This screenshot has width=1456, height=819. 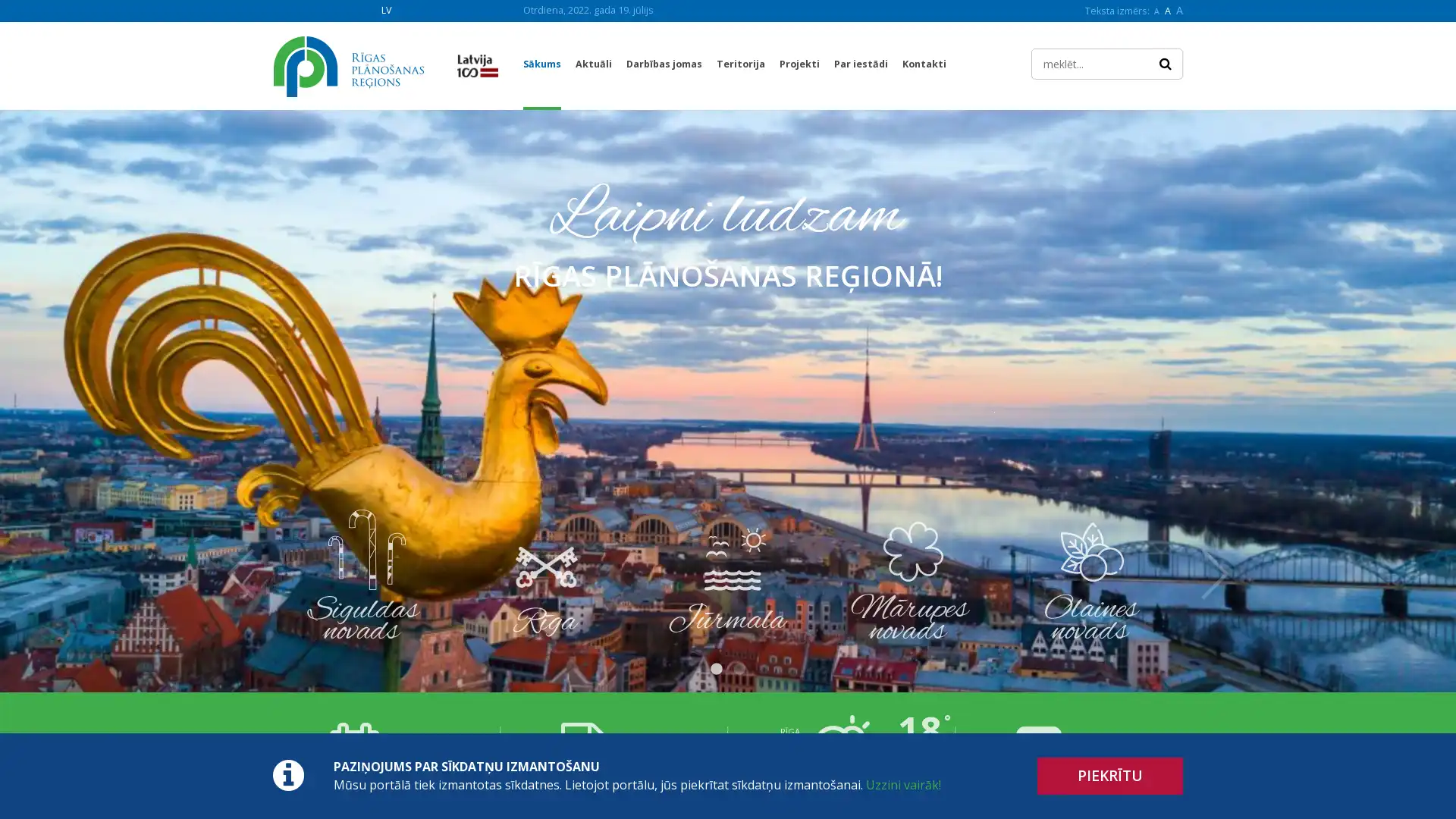 What do you see at coordinates (1110, 776) in the screenshot?
I see `PIEKRITU` at bounding box center [1110, 776].